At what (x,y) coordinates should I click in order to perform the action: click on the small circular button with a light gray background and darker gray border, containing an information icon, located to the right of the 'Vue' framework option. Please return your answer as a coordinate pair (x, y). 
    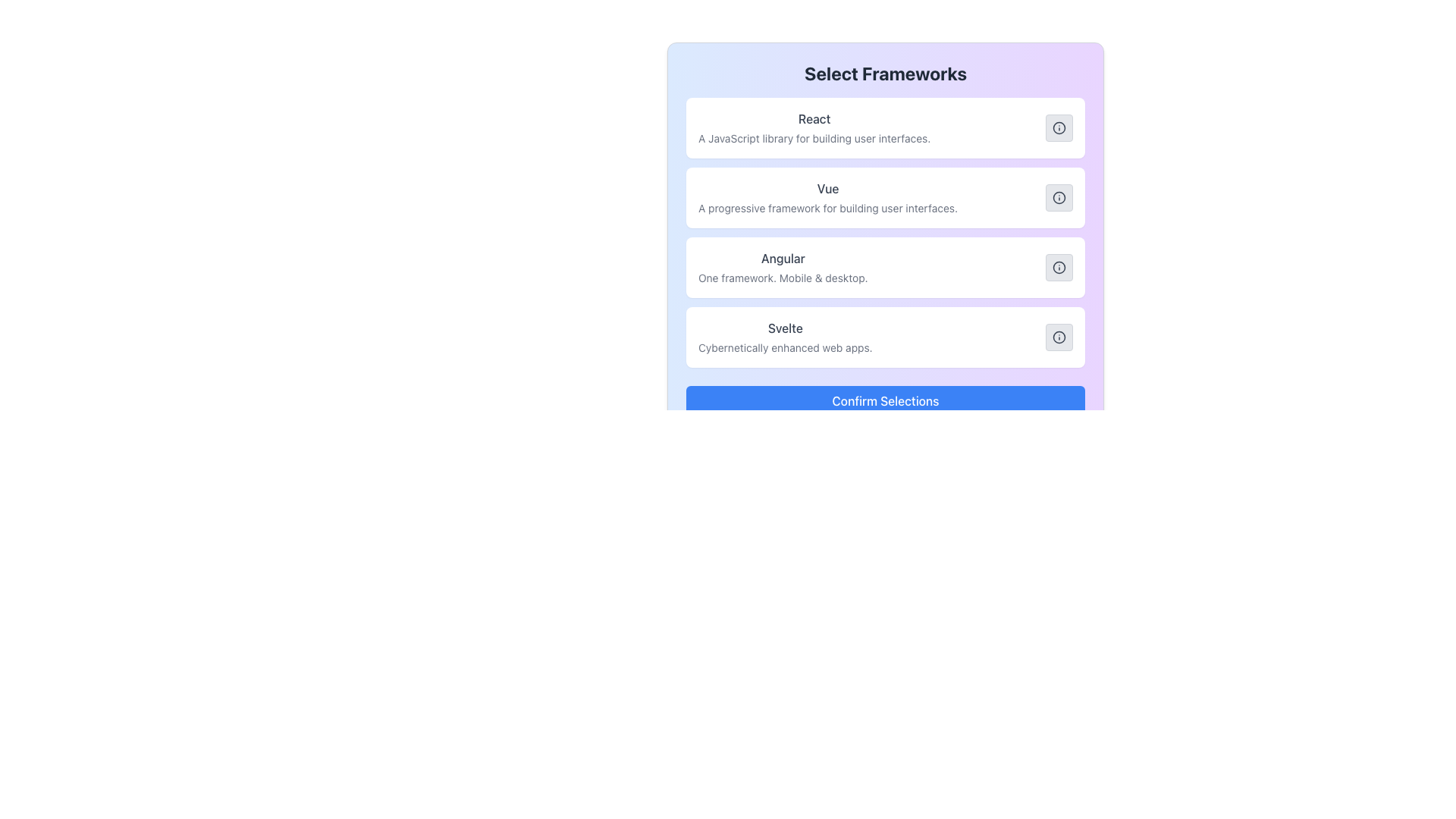
    Looking at the image, I should click on (1058, 197).